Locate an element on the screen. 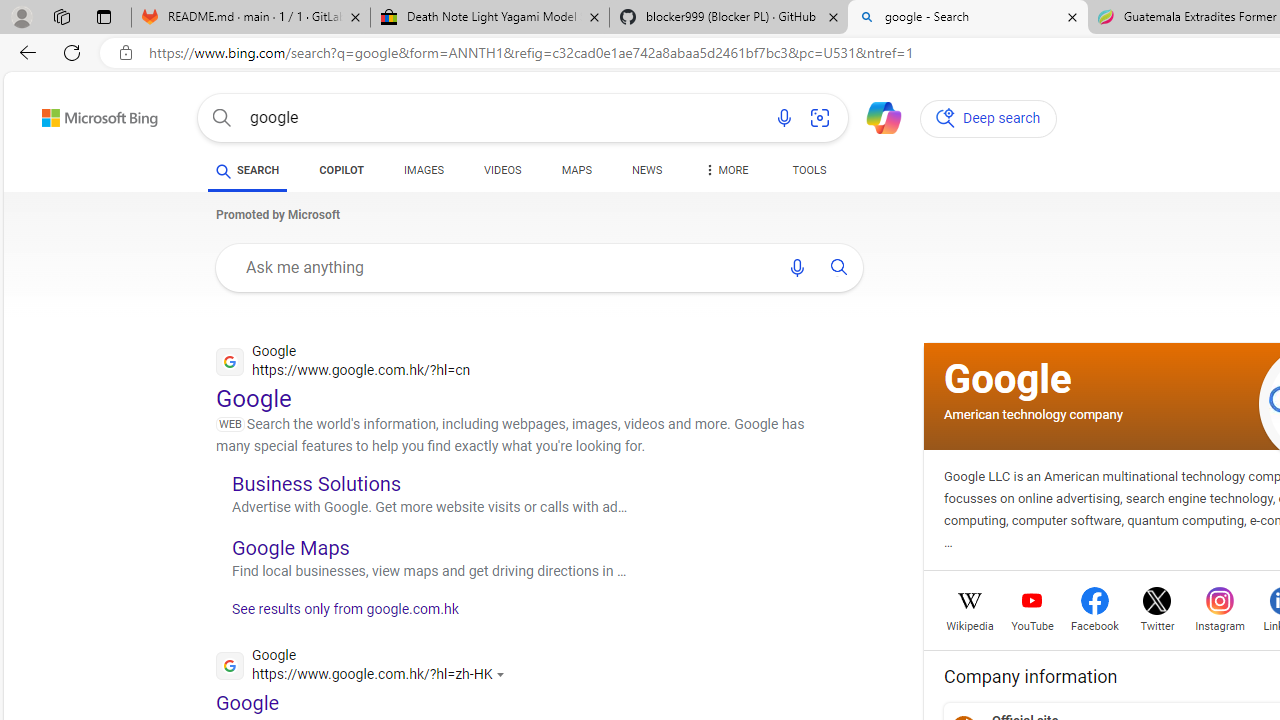 The height and width of the screenshot is (720, 1280). 'NEWS' is located at coordinates (647, 170).